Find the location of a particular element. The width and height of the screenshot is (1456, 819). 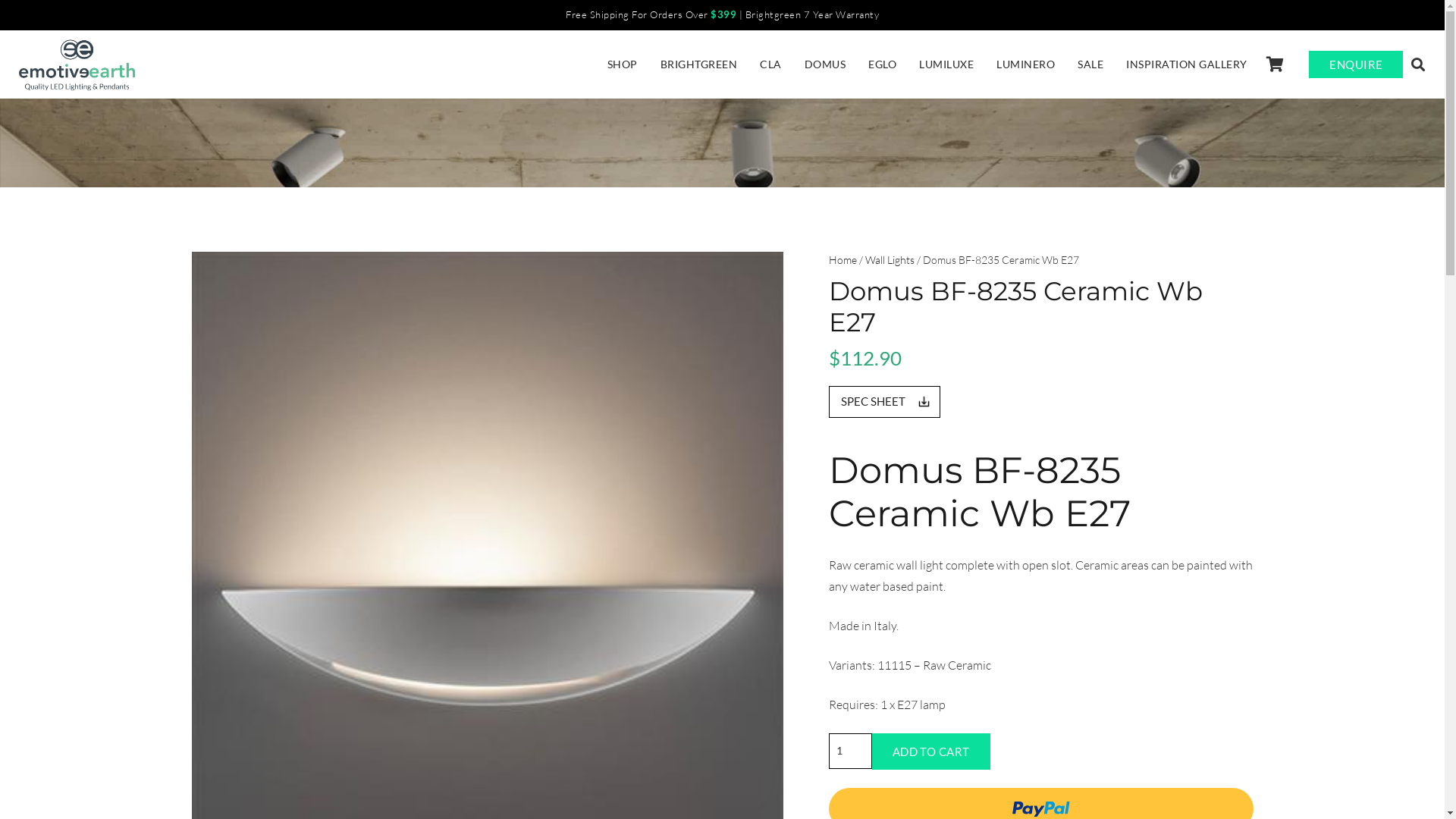

'SHOP' is located at coordinates (595, 63).